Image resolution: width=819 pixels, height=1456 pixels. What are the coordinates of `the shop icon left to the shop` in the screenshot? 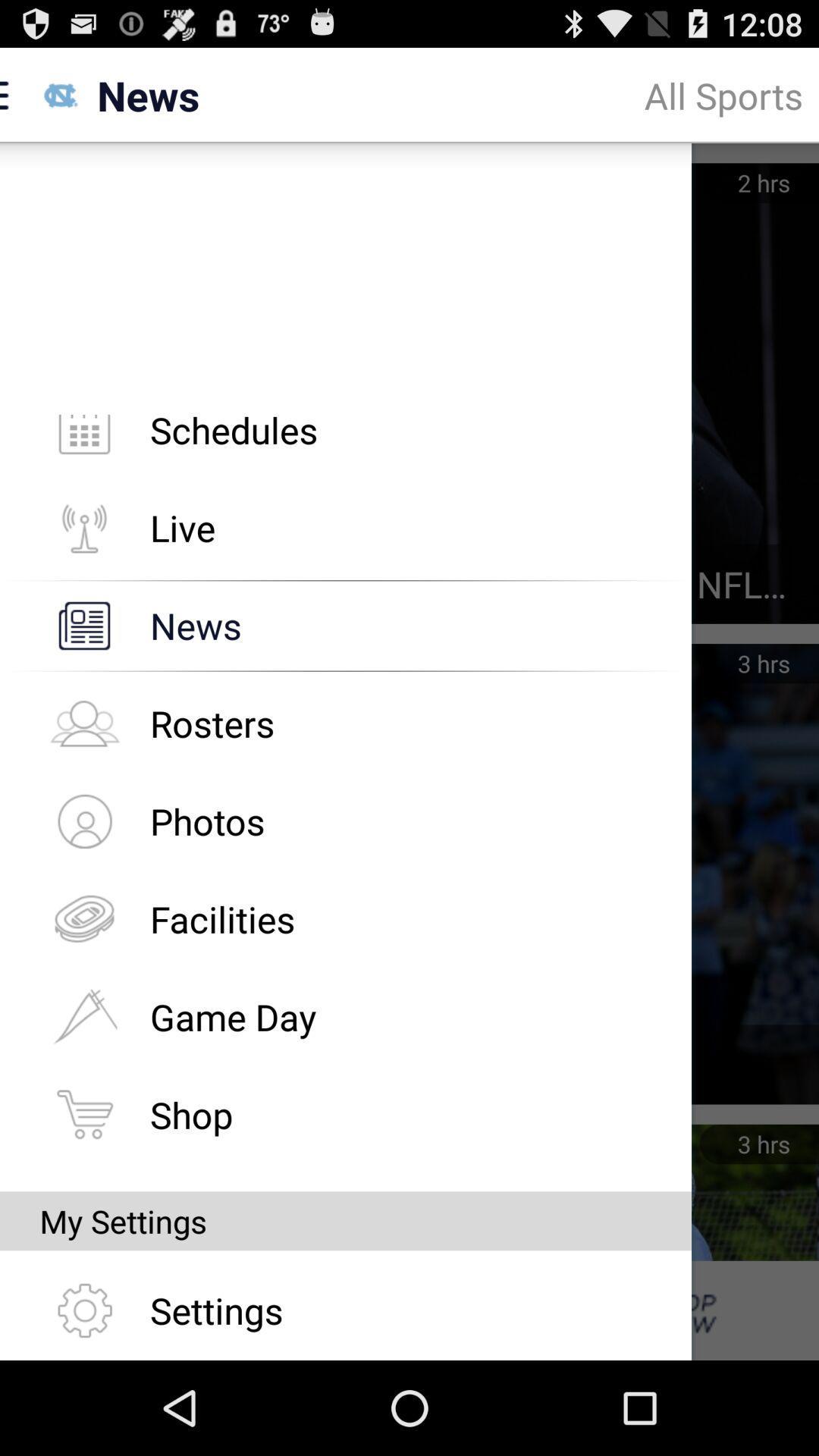 It's located at (84, 1115).